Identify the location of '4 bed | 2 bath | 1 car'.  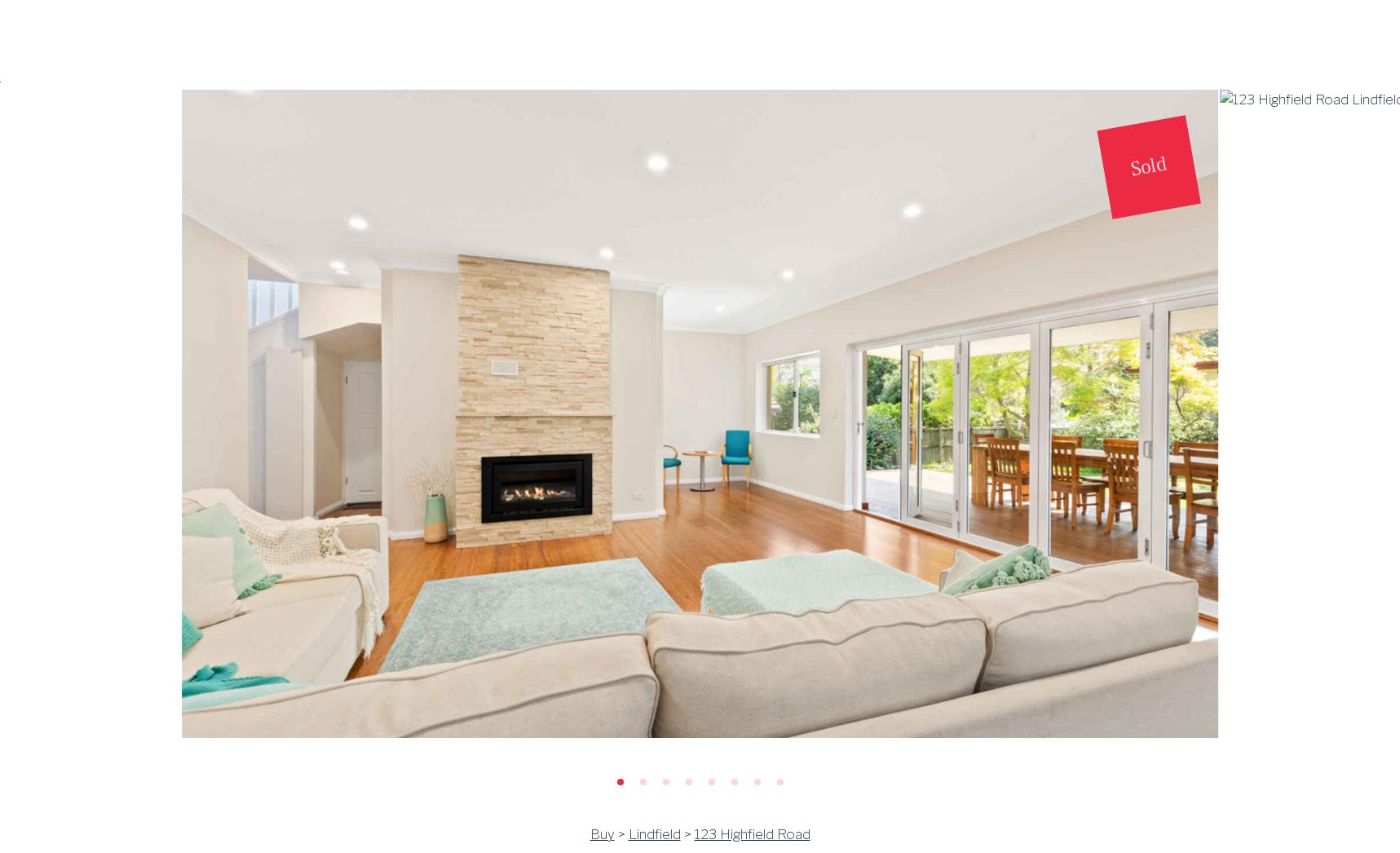
(338, 336).